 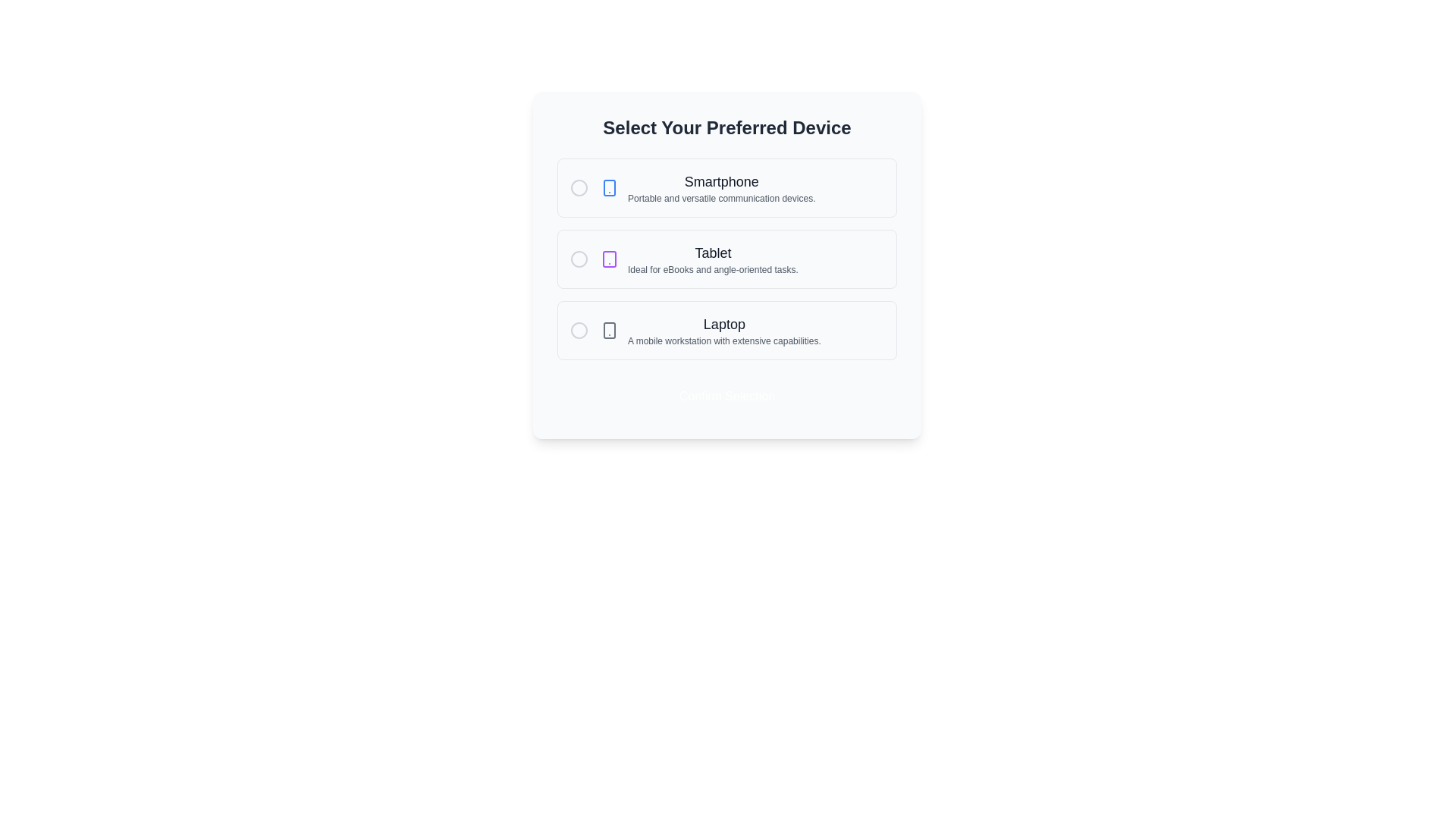 What do you see at coordinates (610, 187) in the screenshot?
I see `the rectangular-shaped SVG element with rounded corners that is part of the smartphone icon, located to the left of the 'Smartphone' label in the selection list` at bounding box center [610, 187].